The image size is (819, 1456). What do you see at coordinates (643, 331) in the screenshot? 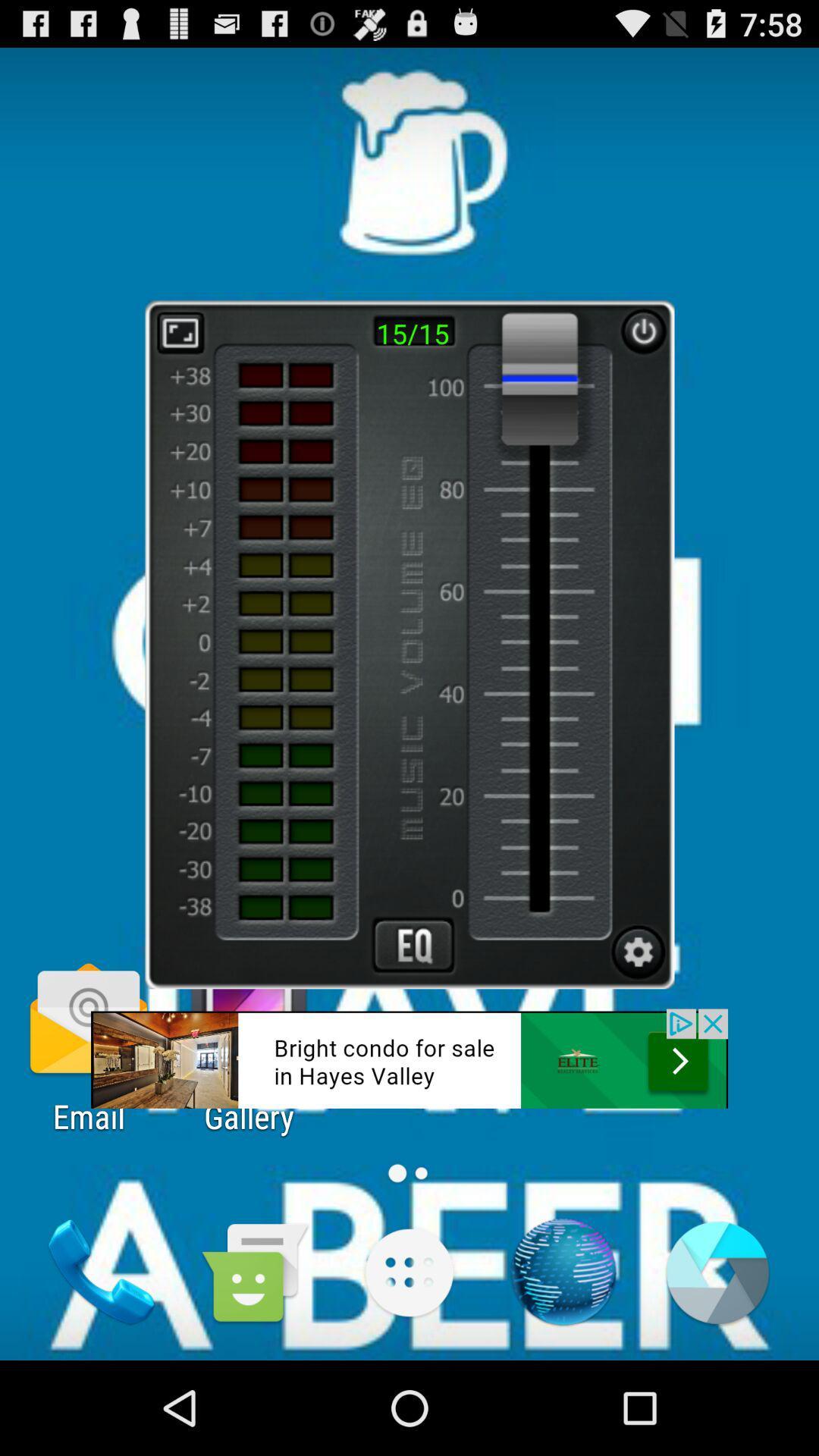
I see `restart button` at bounding box center [643, 331].